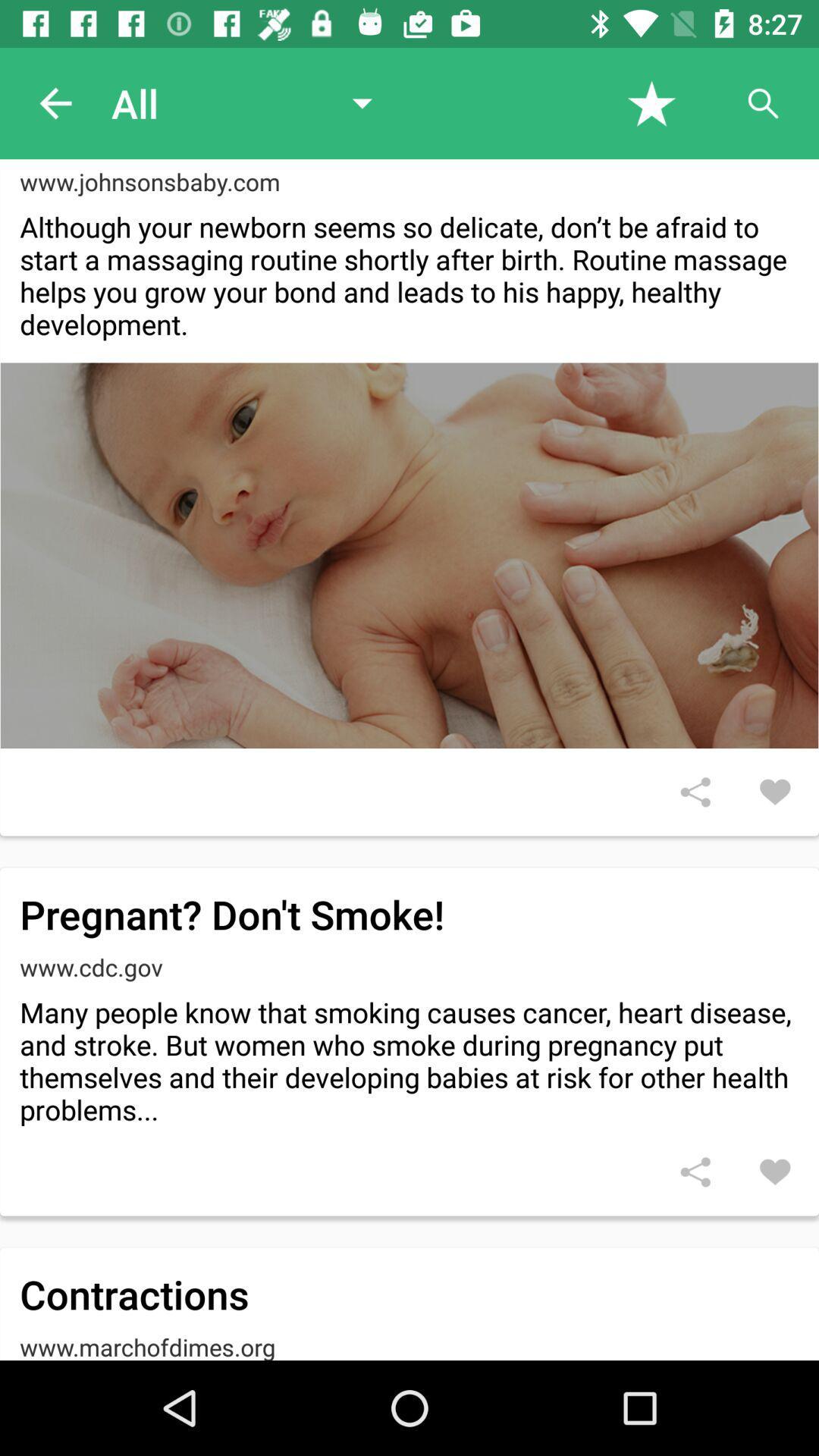 Image resolution: width=819 pixels, height=1456 pixels. I want to click on share option, so click(695, 791).